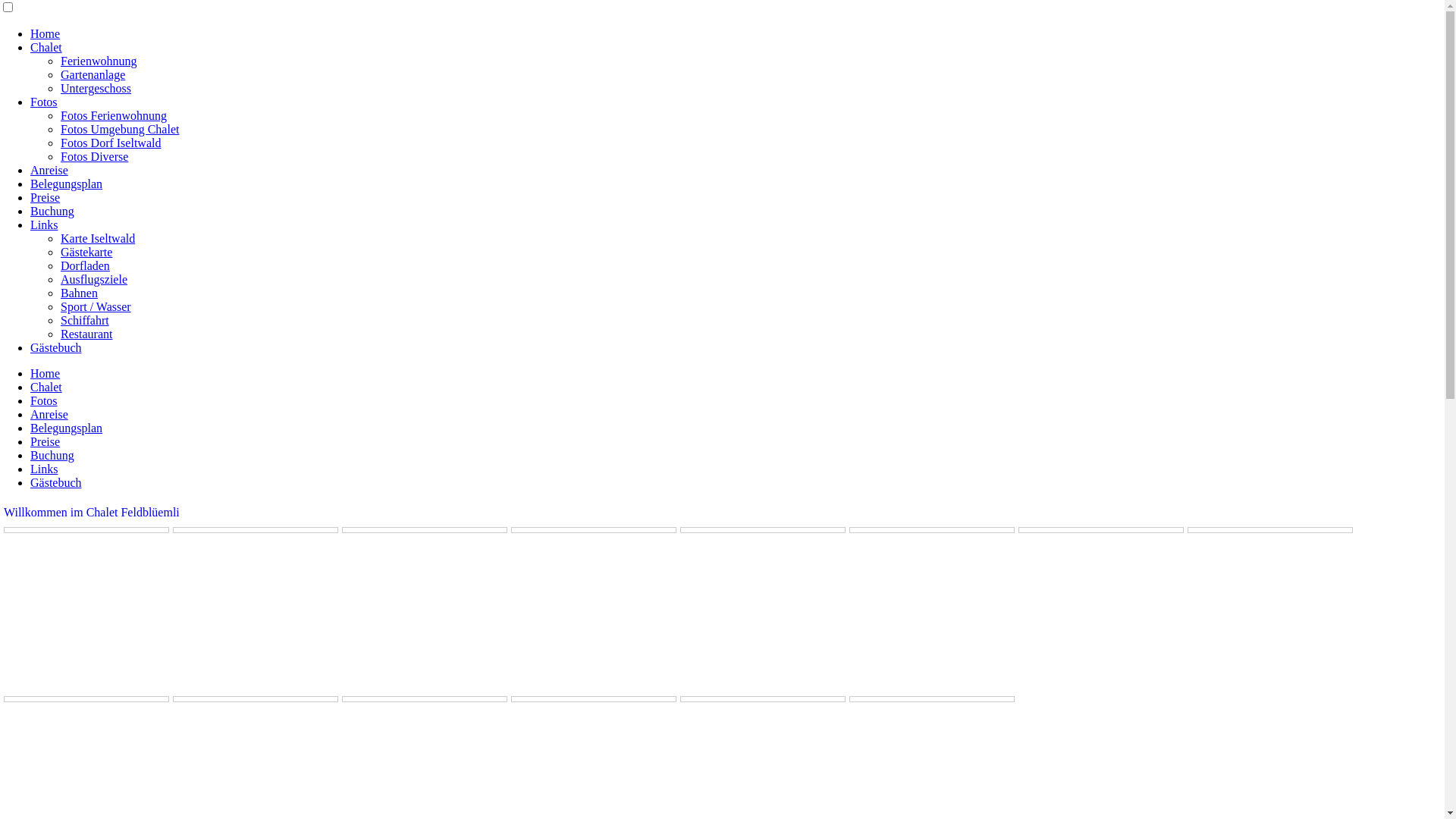 The width and height of the screenshot is (1456, 819). What do you see at coordinates (45, 196) in the screenshot?
I see `'Preise'` at bounding box center [45, 196].